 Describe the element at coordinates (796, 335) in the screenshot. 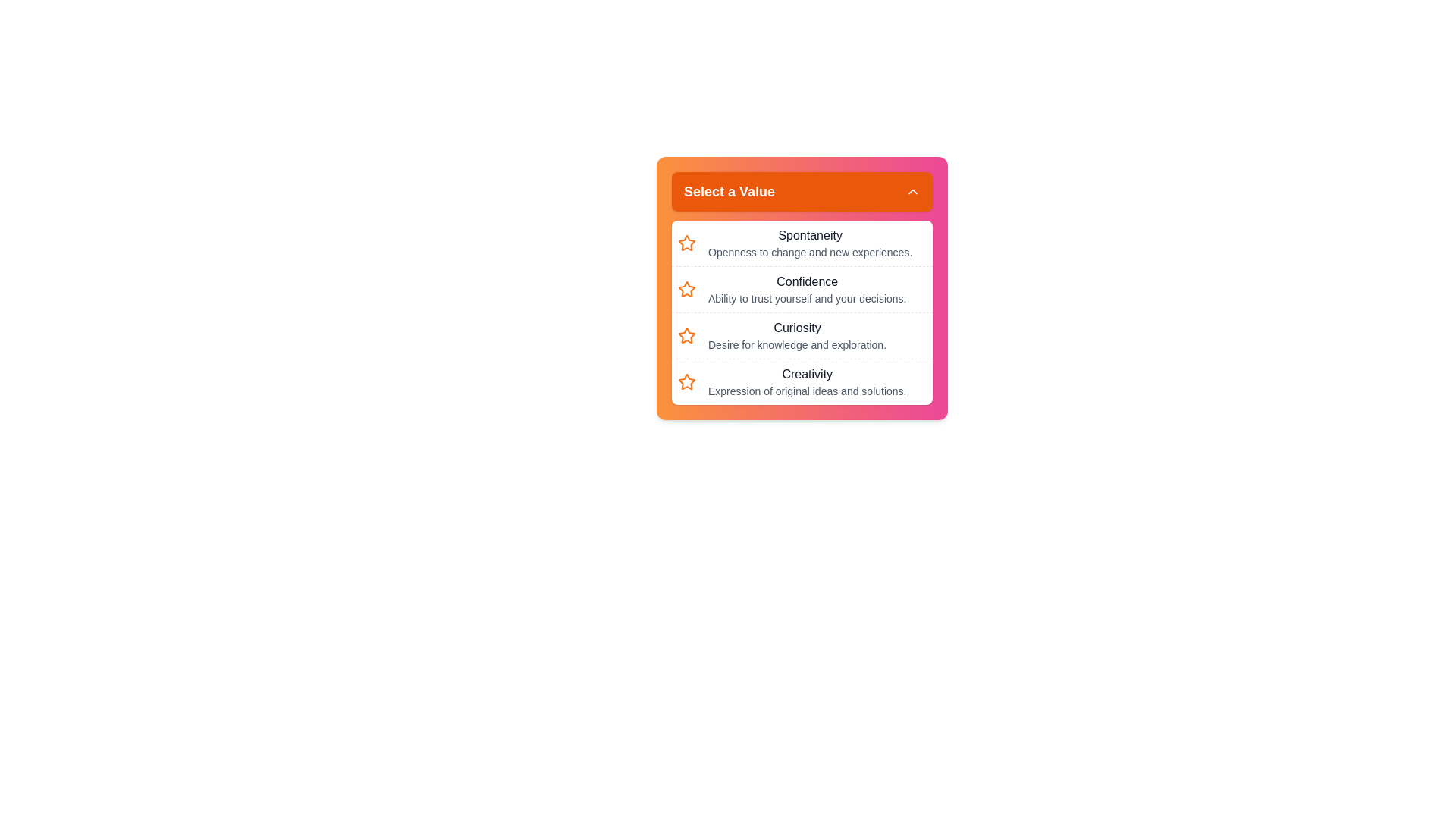

I see `the third selectable list item containing the text 'Curiosity' to trigger a visual indication of focus` at that location.